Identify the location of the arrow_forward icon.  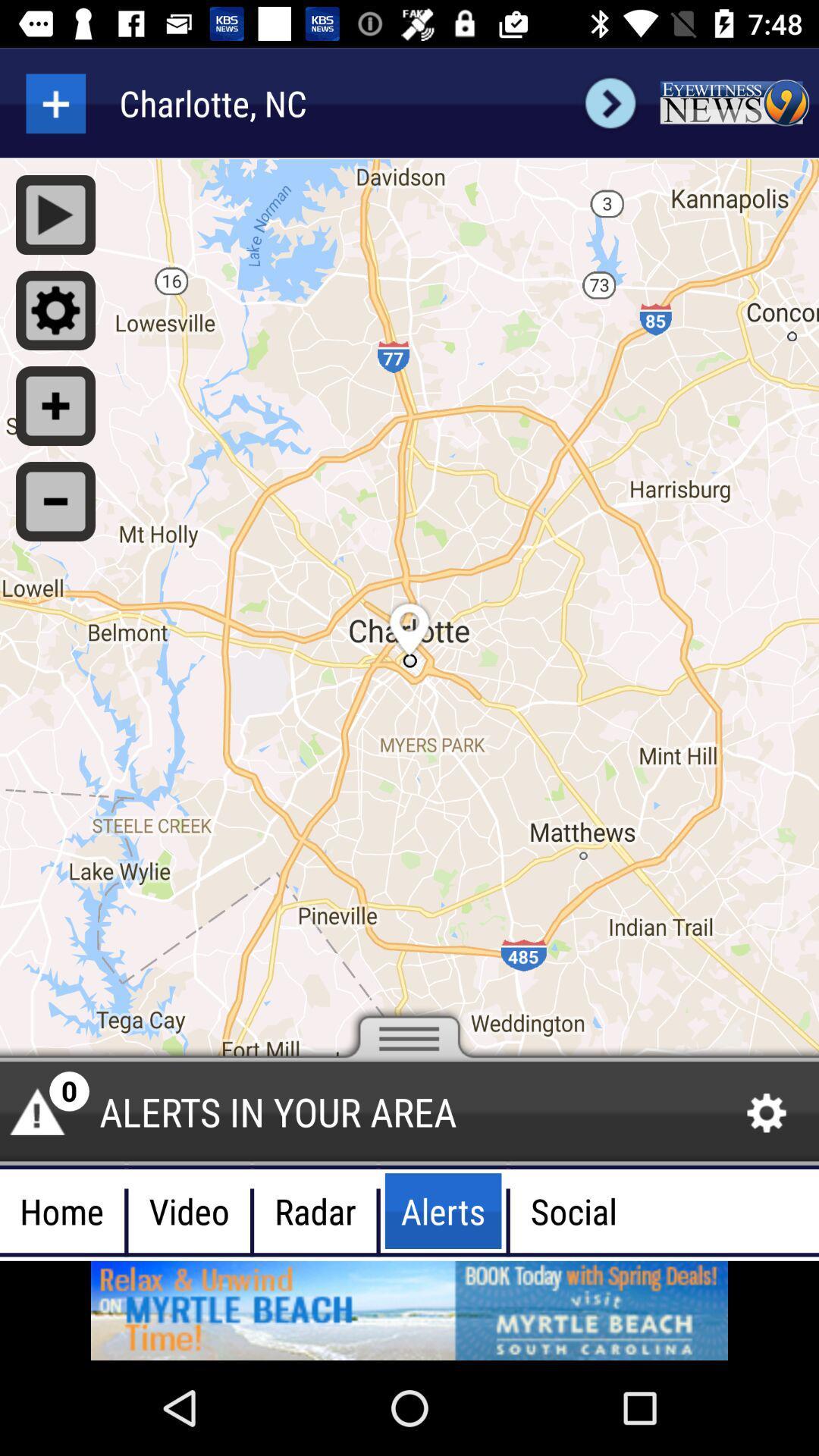
(610, 102).